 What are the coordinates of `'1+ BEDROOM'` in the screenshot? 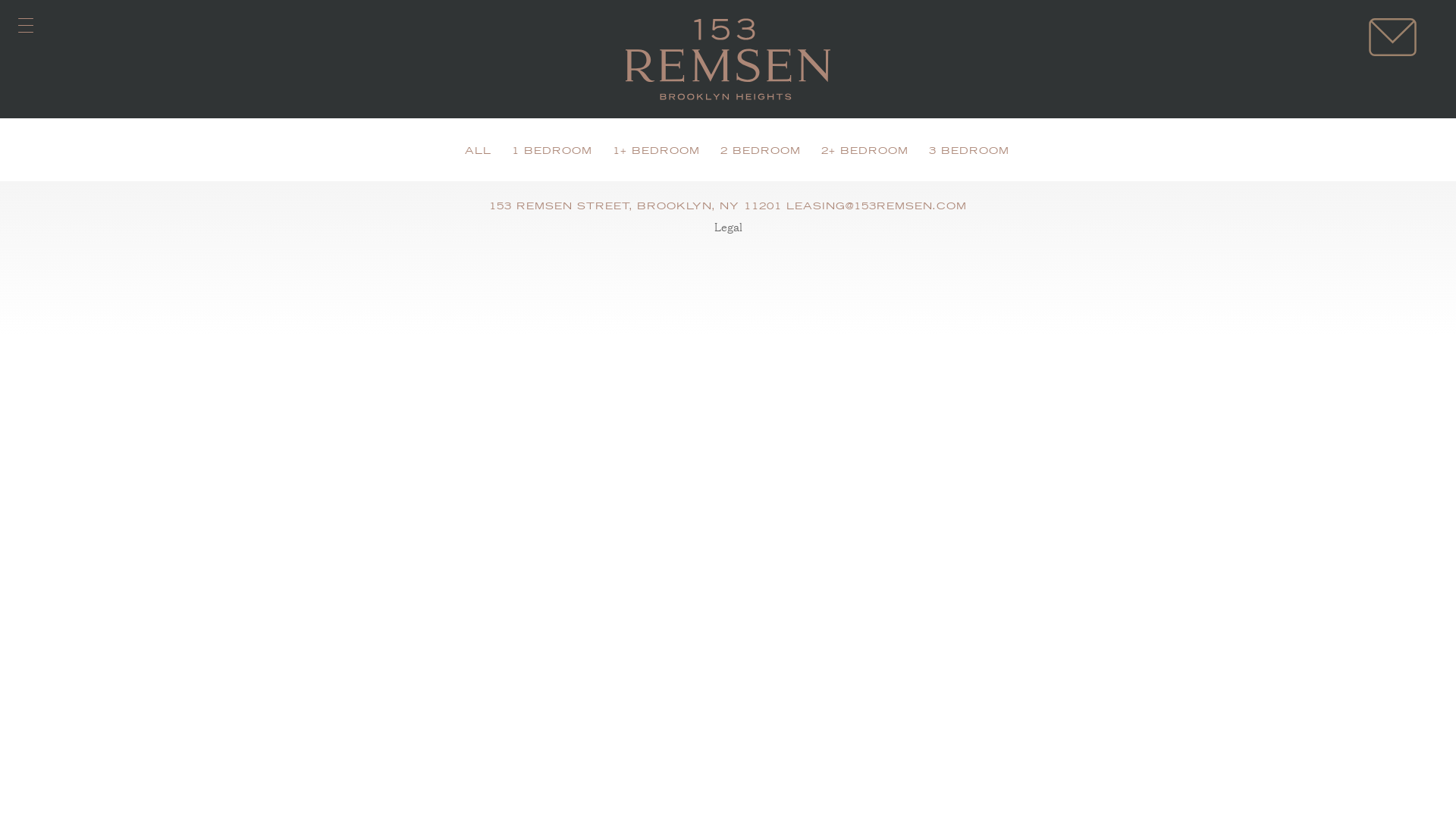 It's located at (656, 152).